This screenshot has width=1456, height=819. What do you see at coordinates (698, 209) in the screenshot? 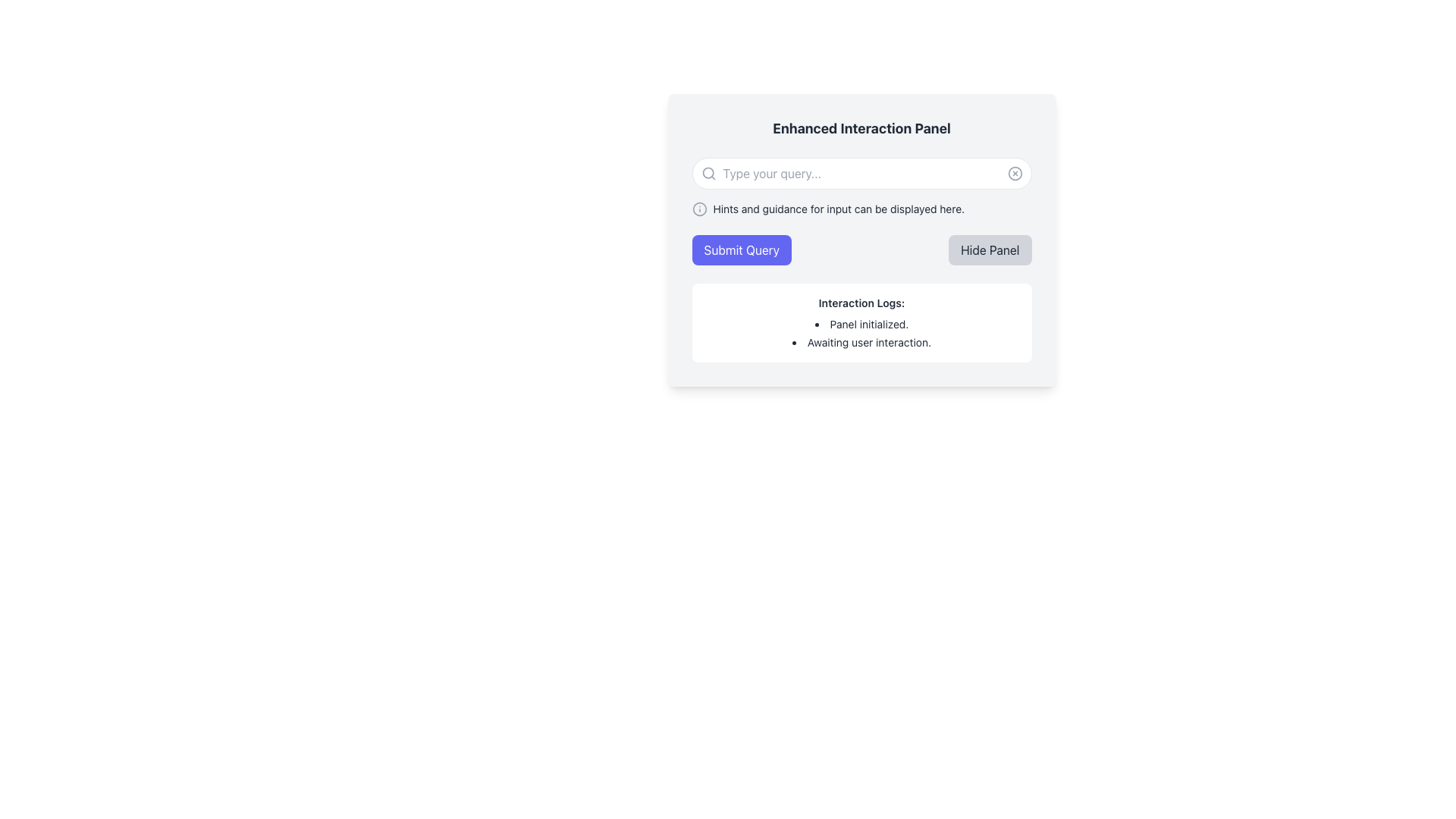
I see `the circular information icon with an outlined design, featuring a centered 'i' symbol` at bounding box center [698, 209].